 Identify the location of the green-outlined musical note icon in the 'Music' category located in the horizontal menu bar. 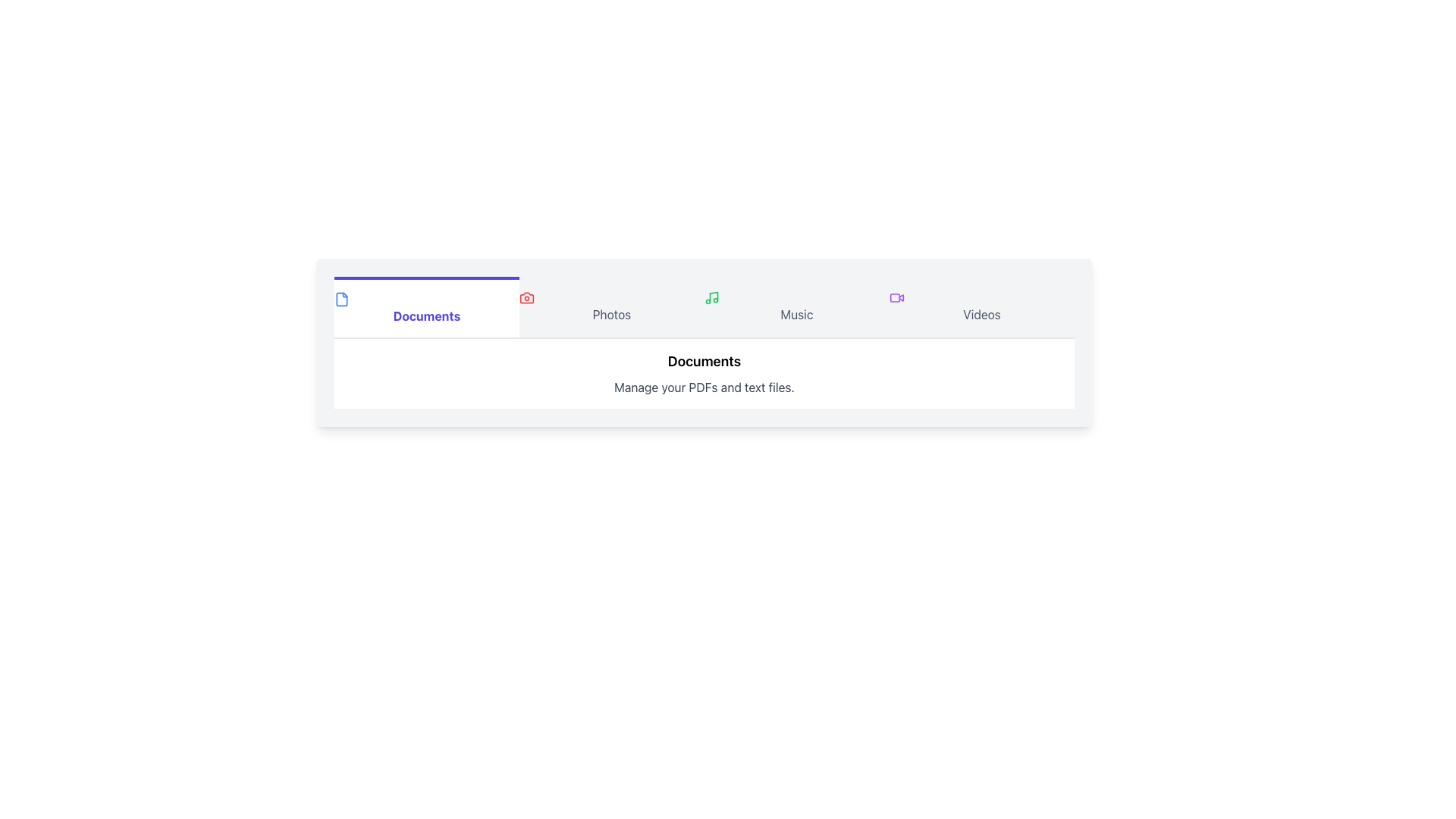
(713, 297).